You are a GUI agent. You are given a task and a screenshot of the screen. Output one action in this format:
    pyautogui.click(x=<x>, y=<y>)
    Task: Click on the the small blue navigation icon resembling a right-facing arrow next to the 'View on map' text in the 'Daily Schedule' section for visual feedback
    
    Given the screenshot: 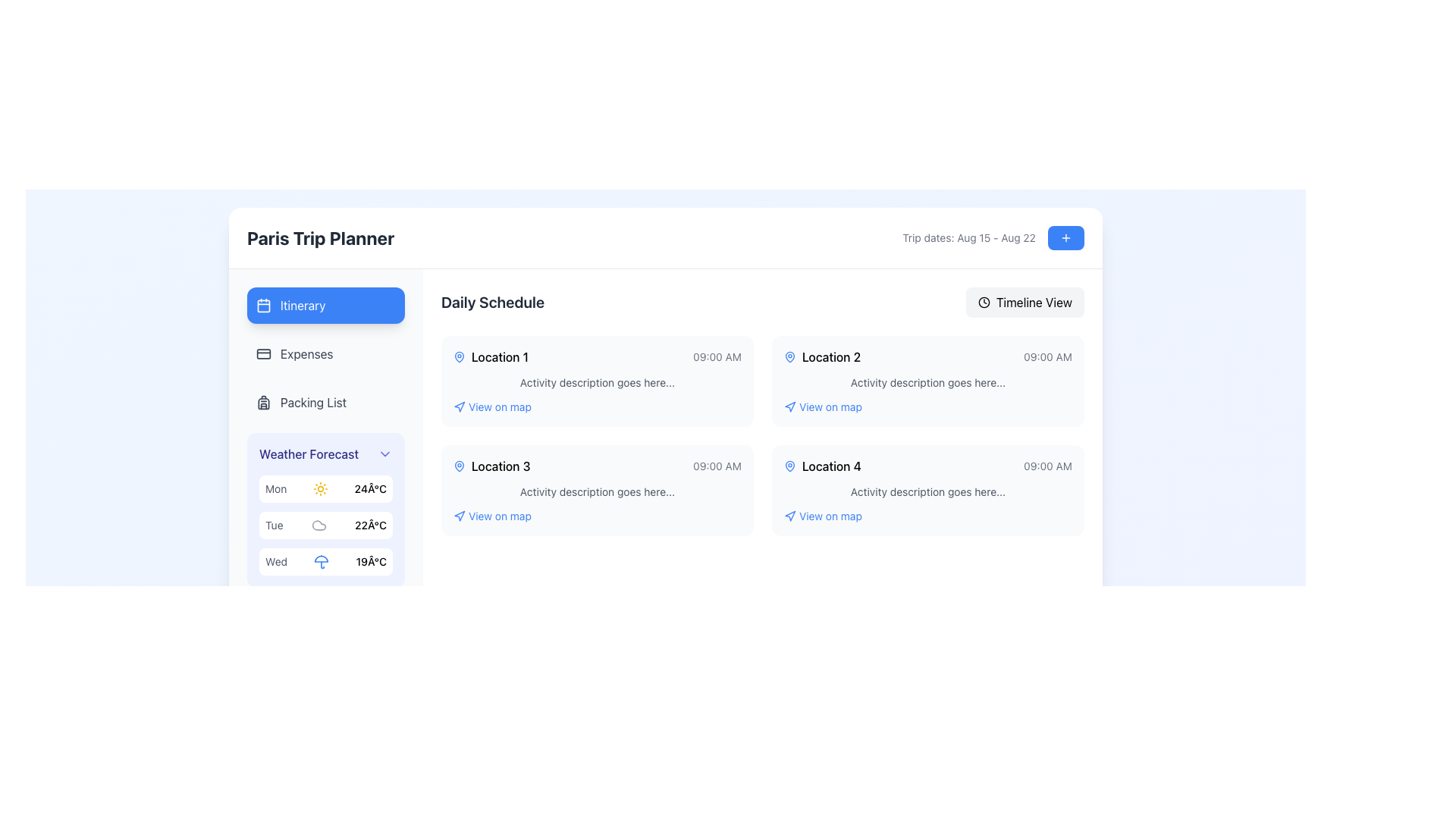 What is the action you would take?
    pyautogui.click(x=458, y=516)
    